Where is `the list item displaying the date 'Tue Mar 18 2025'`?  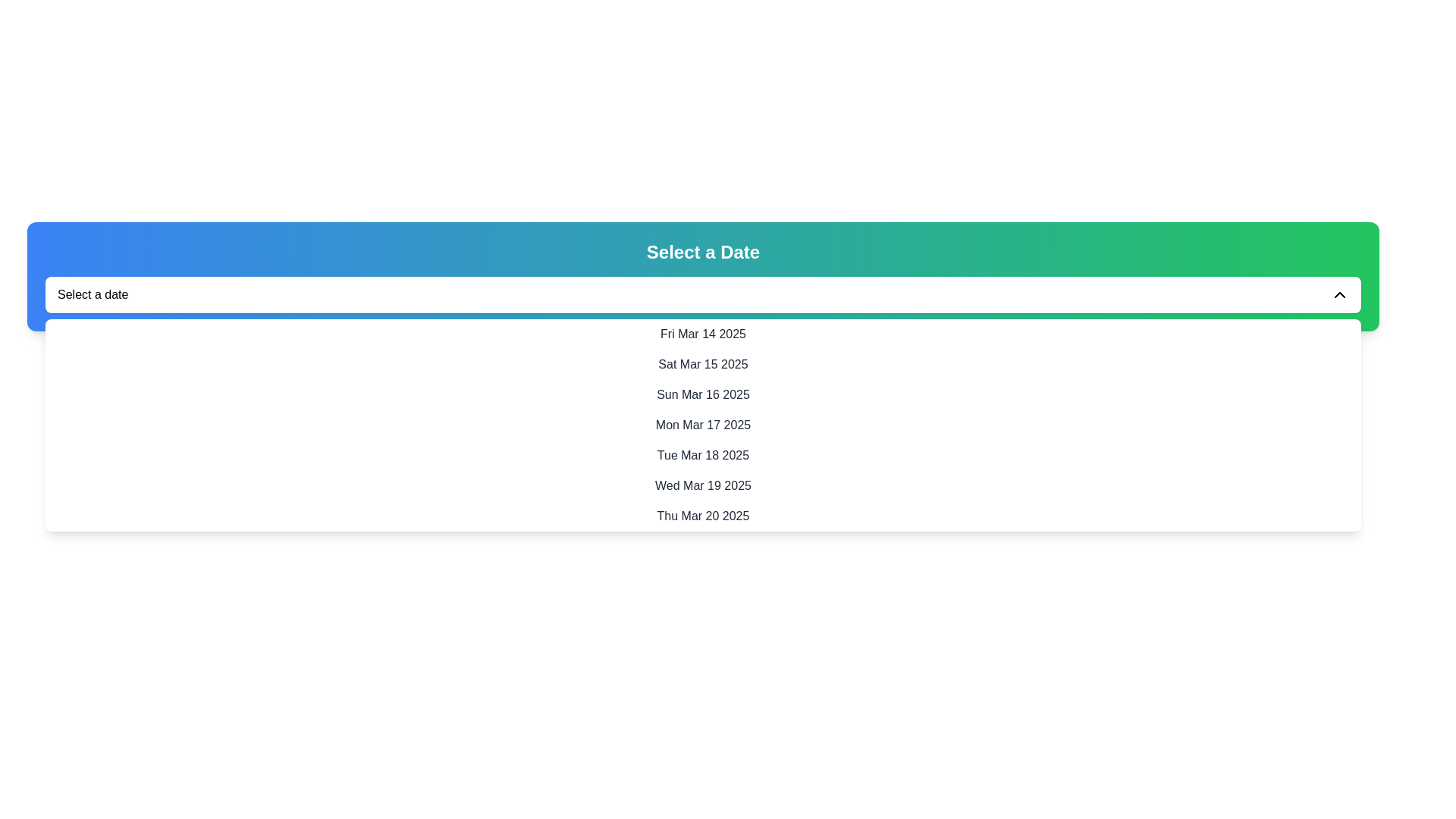
the list item displaying the date 'Tue Mar 18 2025' is located at coordinates (702, 455).